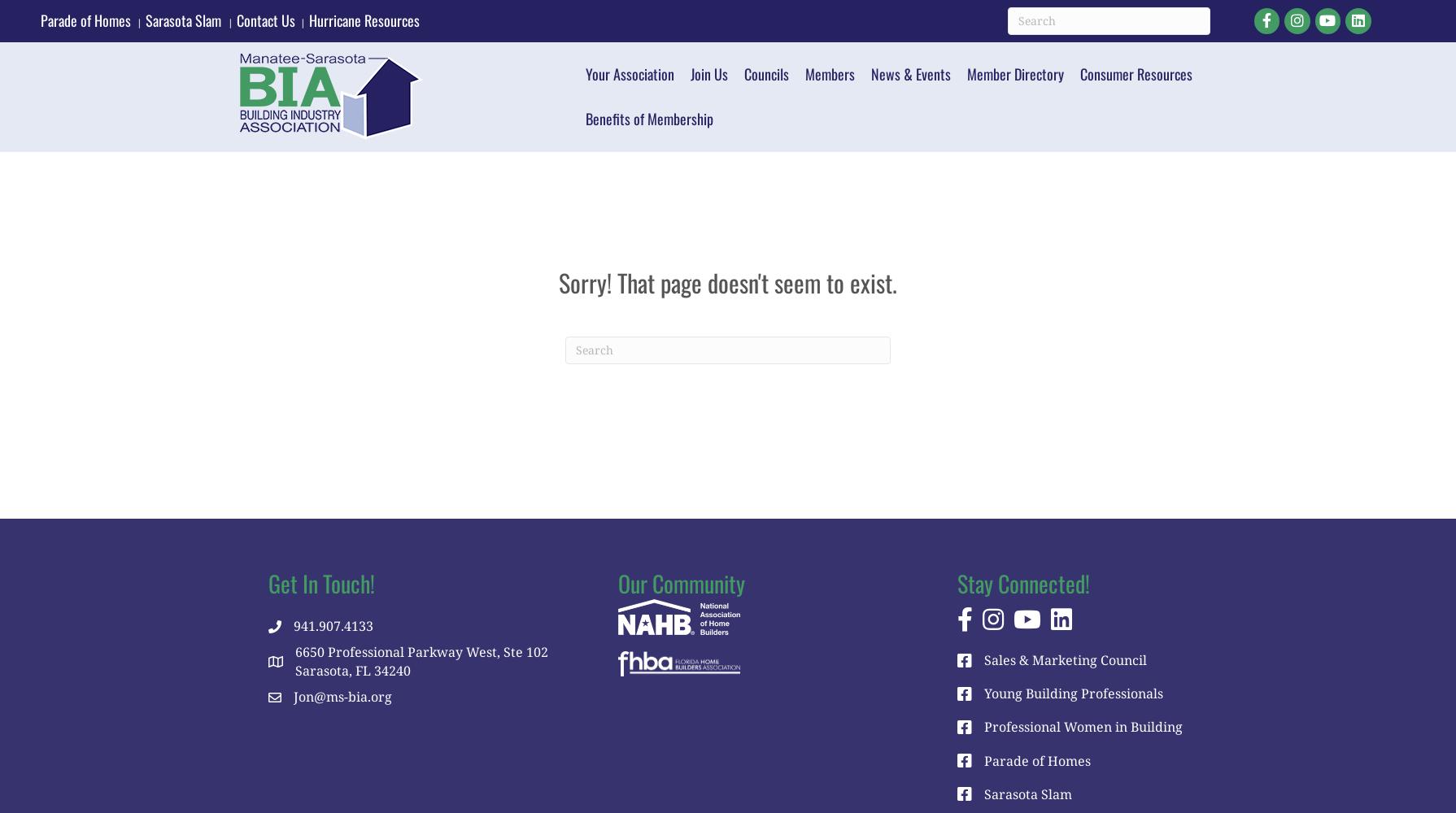 The width and height of the screenshot is (1456, 813). I want to click on 'Consumer Resources', so click(1135, 72).